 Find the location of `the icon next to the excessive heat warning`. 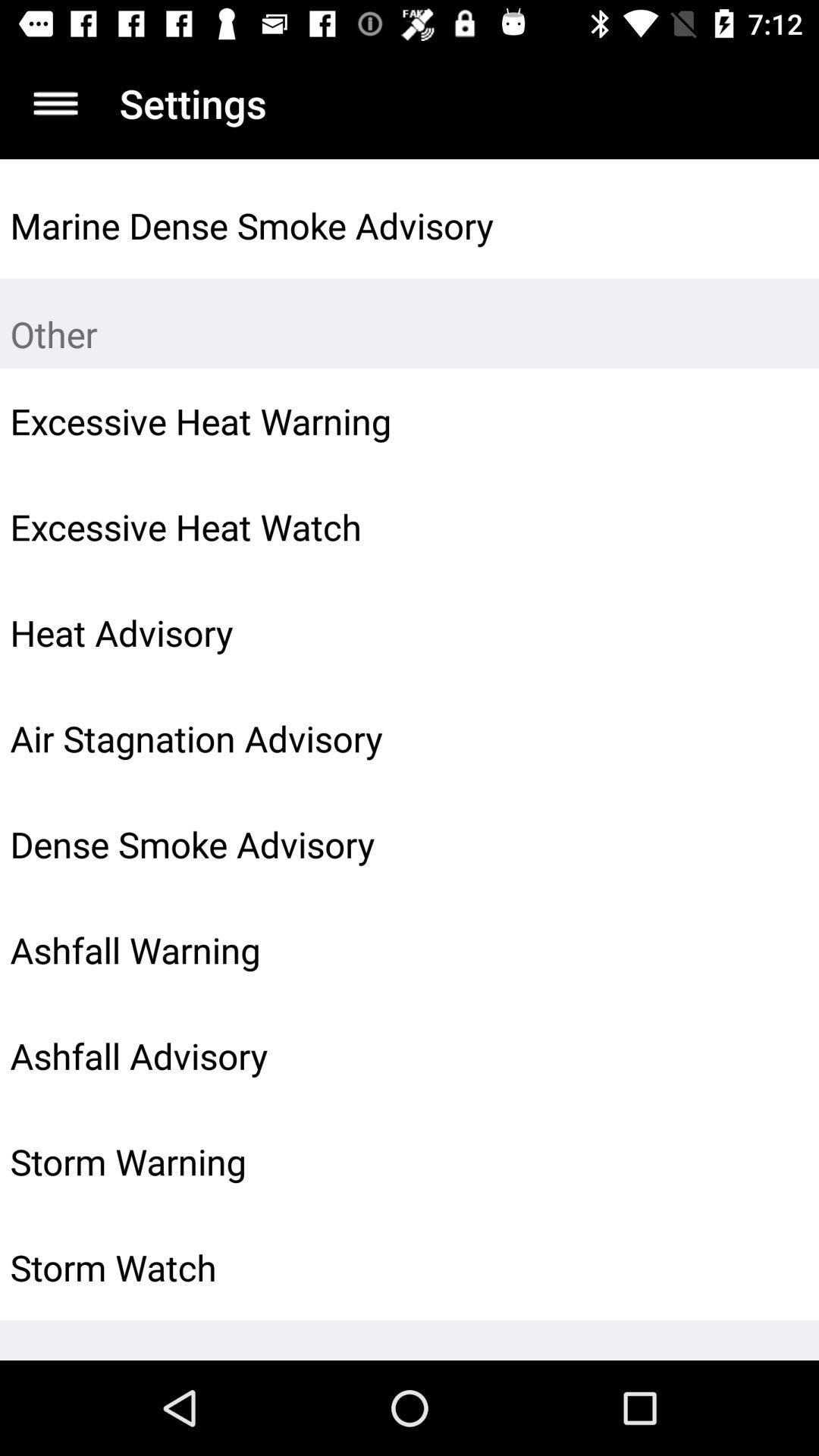

the icon next to the excessive heat warning is located at coordinates (771, 421).